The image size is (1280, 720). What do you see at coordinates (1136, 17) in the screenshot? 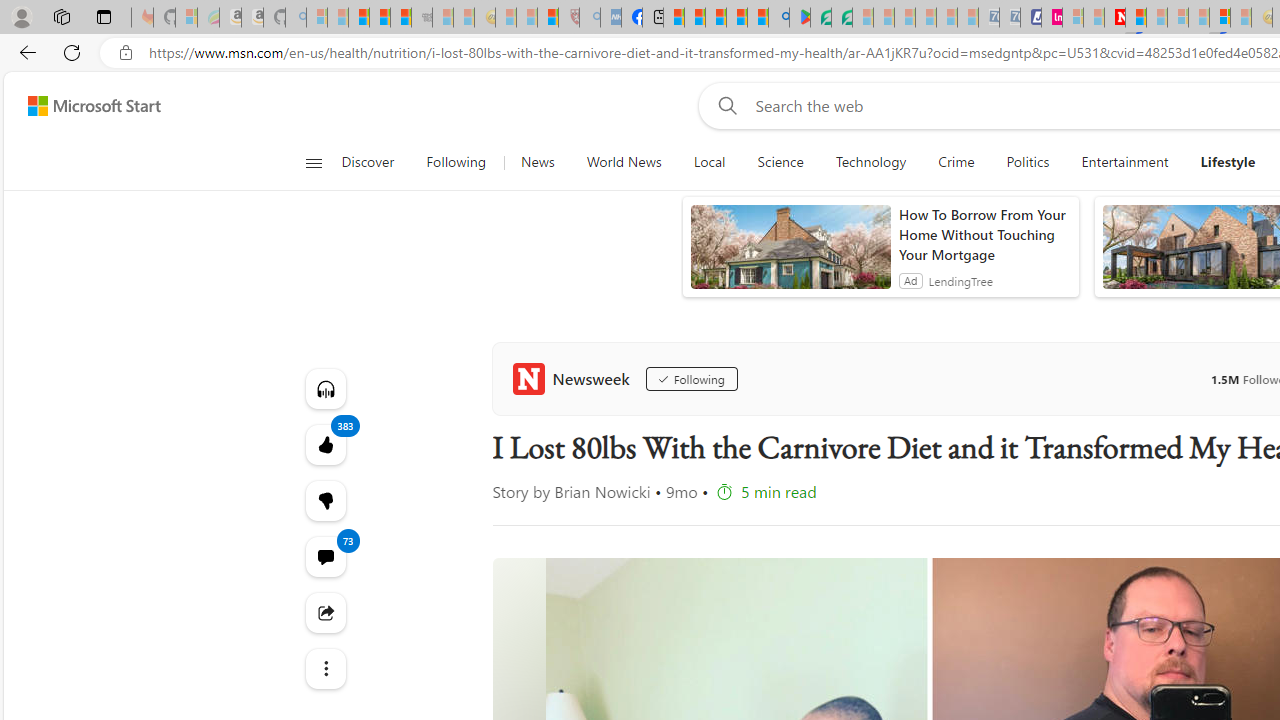
I see `'Trusted Community Engagement and Contributions | Guidelines'` at bounding box center [1136, 17].